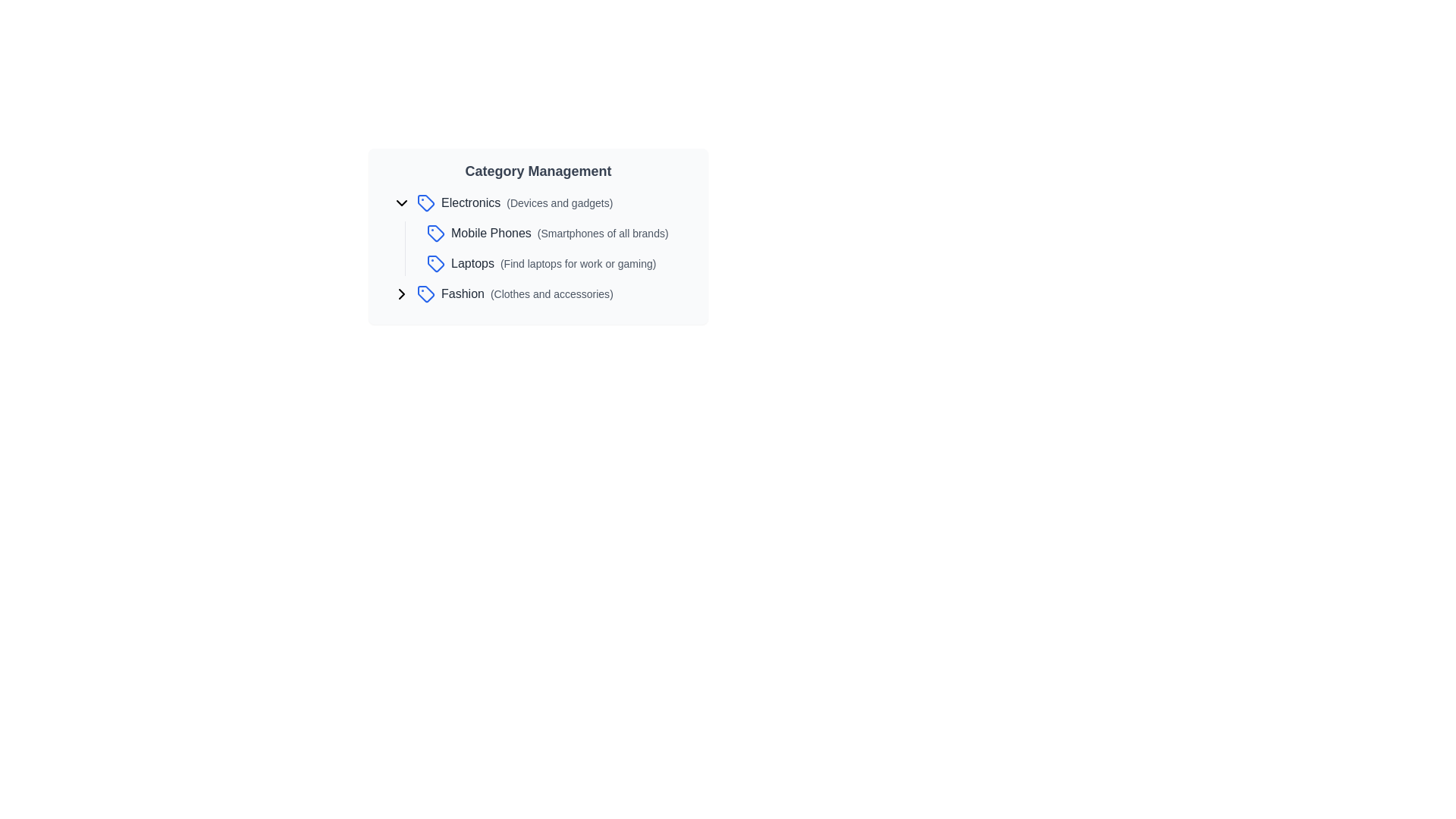 This screenshot has height=819, width=1456. What do you see at coordinates (425, 202) in the screenshot?
I see `the small, stylized blue tag icon located to the left of the text 'Electronics (Devices and gadgets)' in the 'Category Management' list` at bounding box center [425, 202].